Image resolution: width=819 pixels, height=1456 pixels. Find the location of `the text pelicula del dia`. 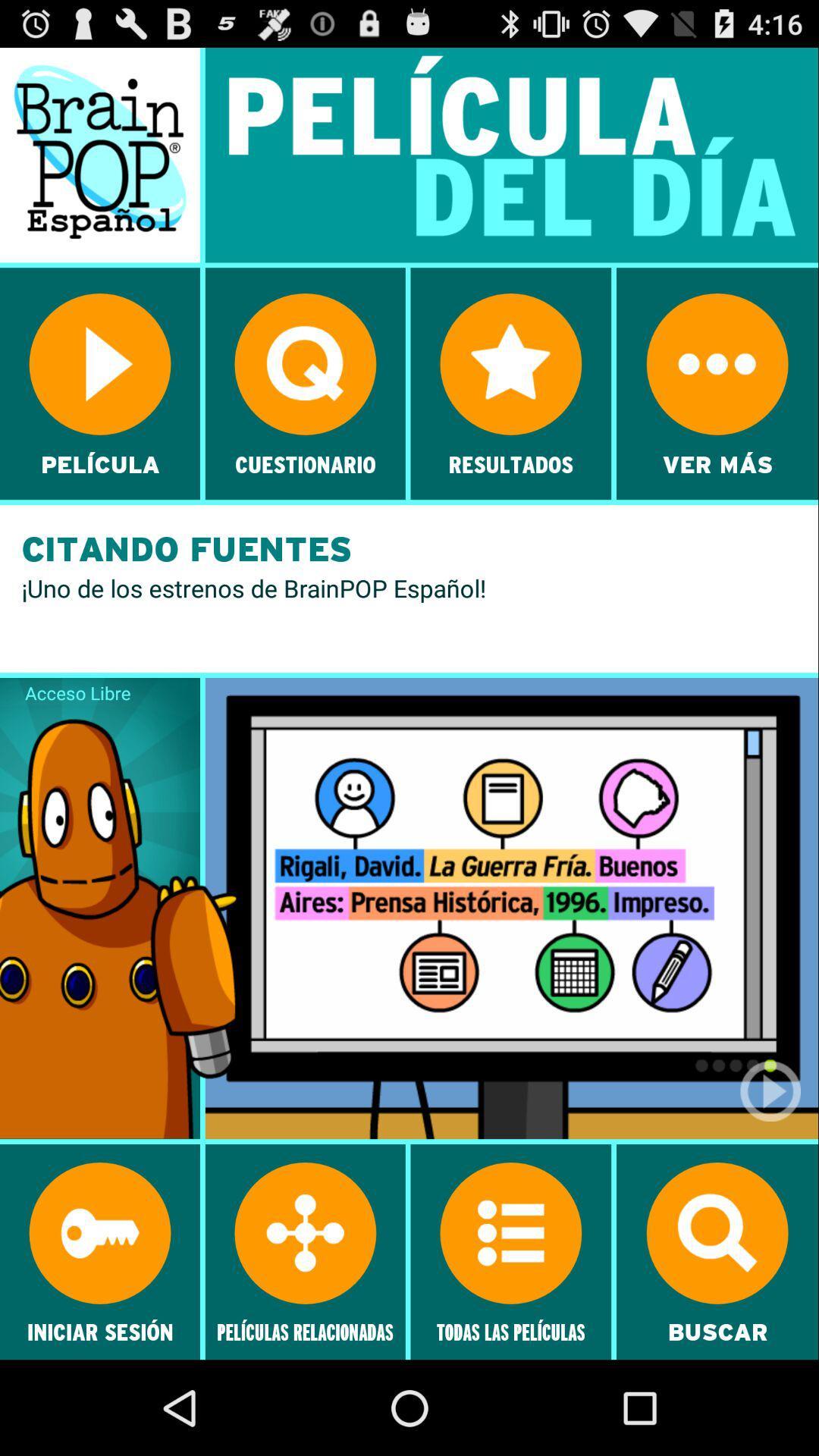

the text pelicula del dia is located at coordinates (512, 155).